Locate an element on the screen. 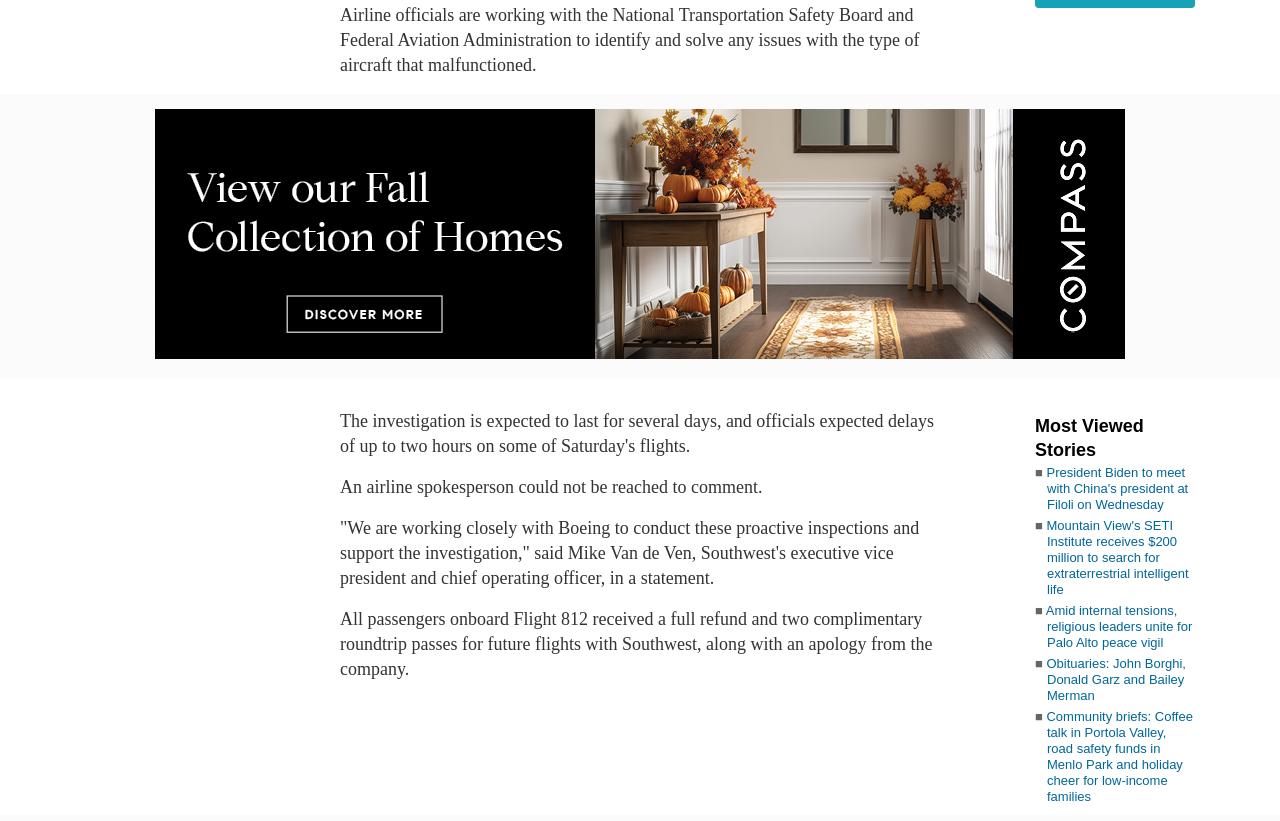 The height and width of the screenshot is (821, 1280). 'All passengers onboard Flight 812 received a full refund and two complimentary roundtrip passes for future flights with Southwest, along with an apology from the company.' is located at coordinates (635, 642).